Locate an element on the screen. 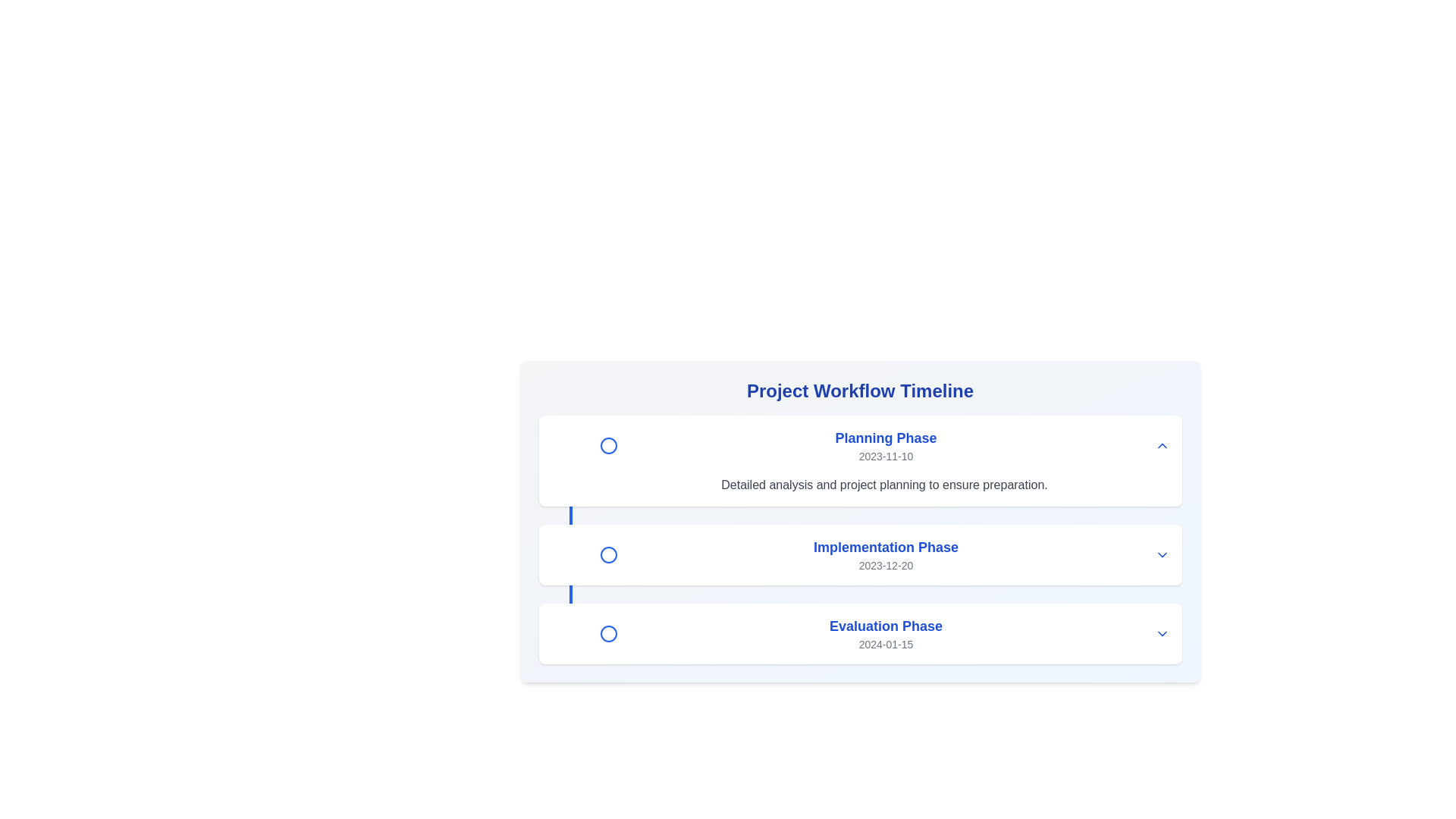  the SVG Circle Element, which is a simple circular shape located in the timeline section, acting as a marker for the 'Planning Phase' section is located at coordinates (608, 444).